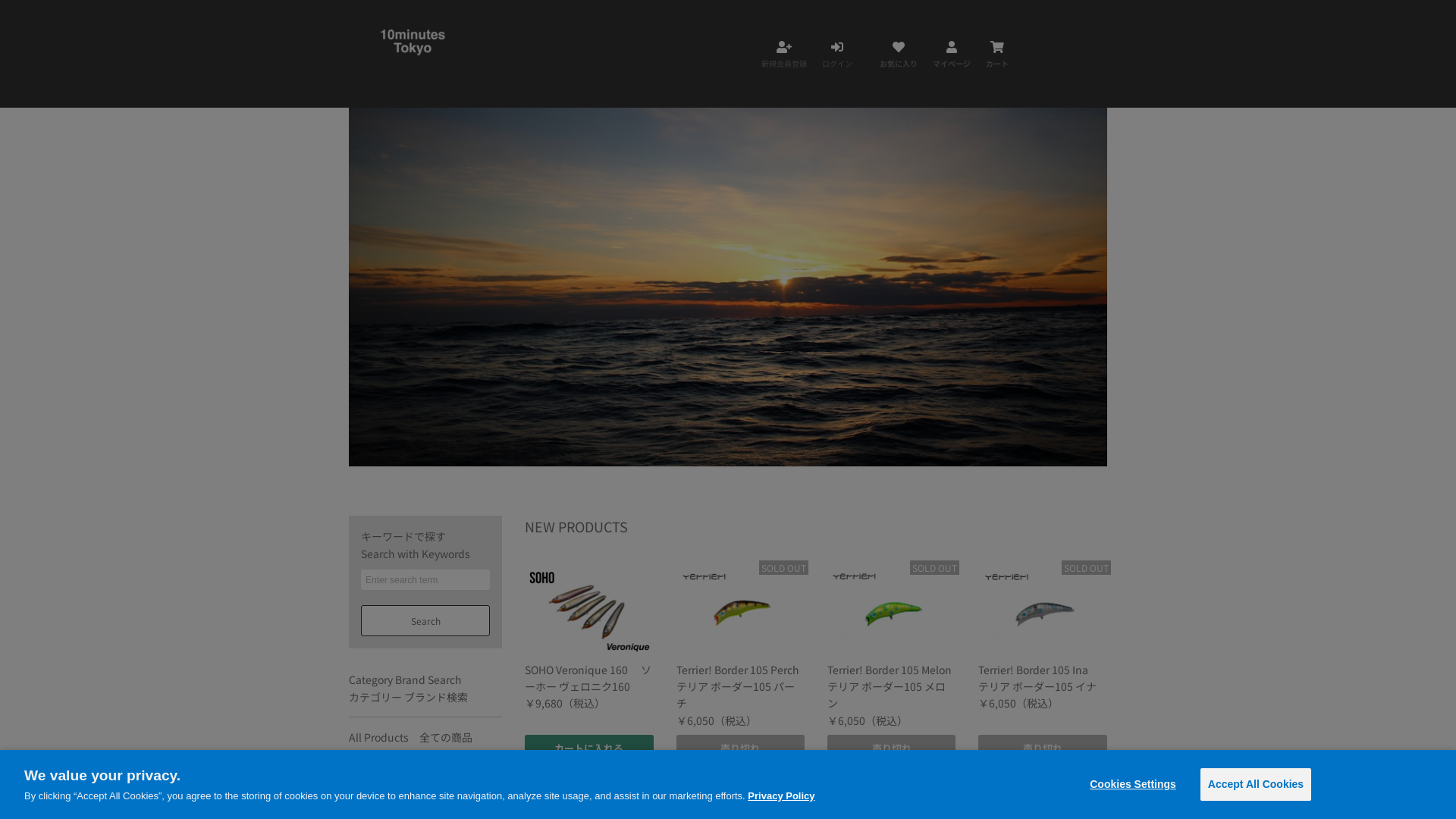 The height and width of the screenshot is (819, 1456). Describe the element at coordinates (425, 620) in the screenshot. I see `'Search'` at that location.